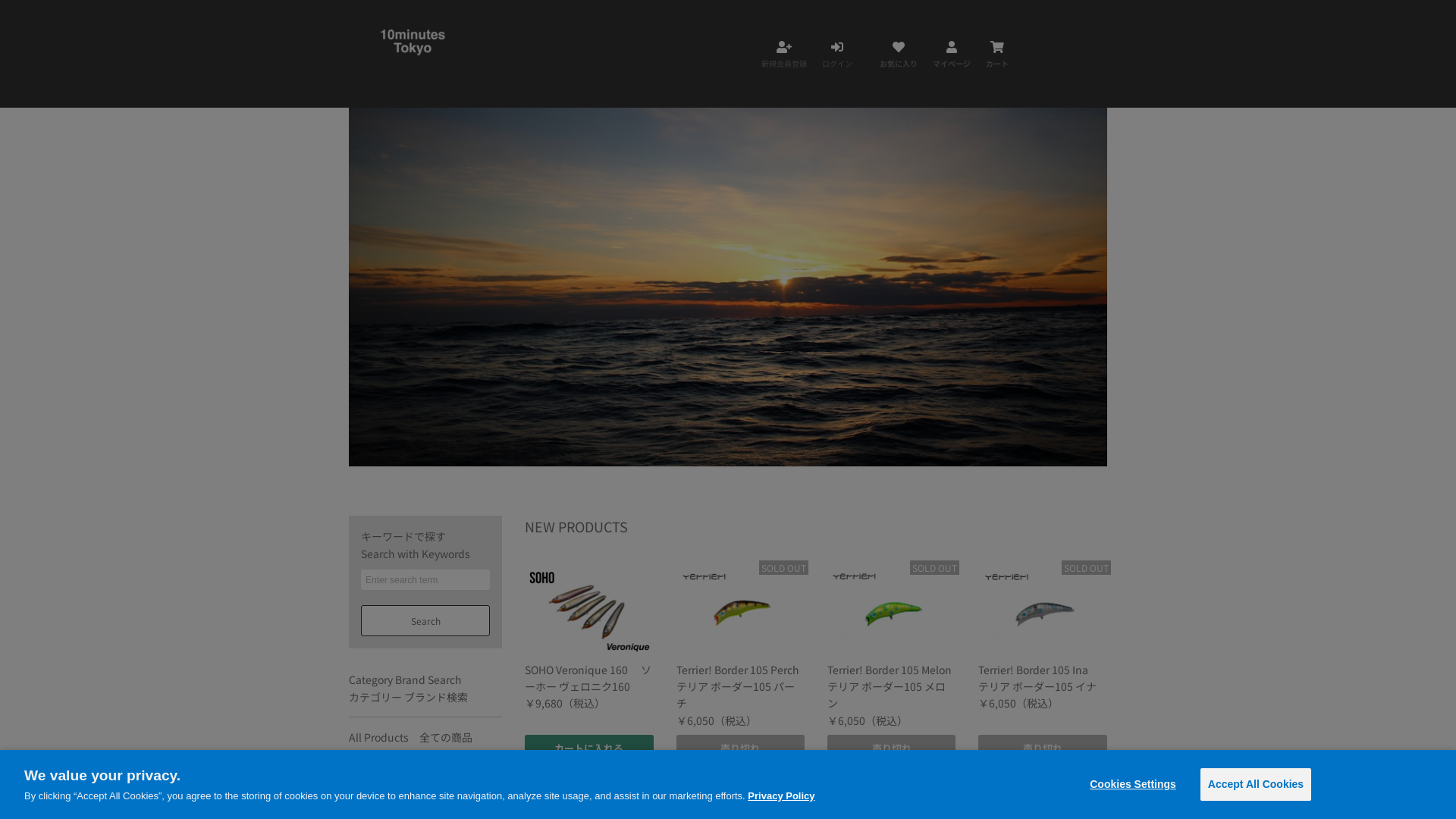 The height and width of the screenshot is (819, 1456). Describe the element at coordinates (425, 620) in the screenshot. I see `'Search'` at that location.